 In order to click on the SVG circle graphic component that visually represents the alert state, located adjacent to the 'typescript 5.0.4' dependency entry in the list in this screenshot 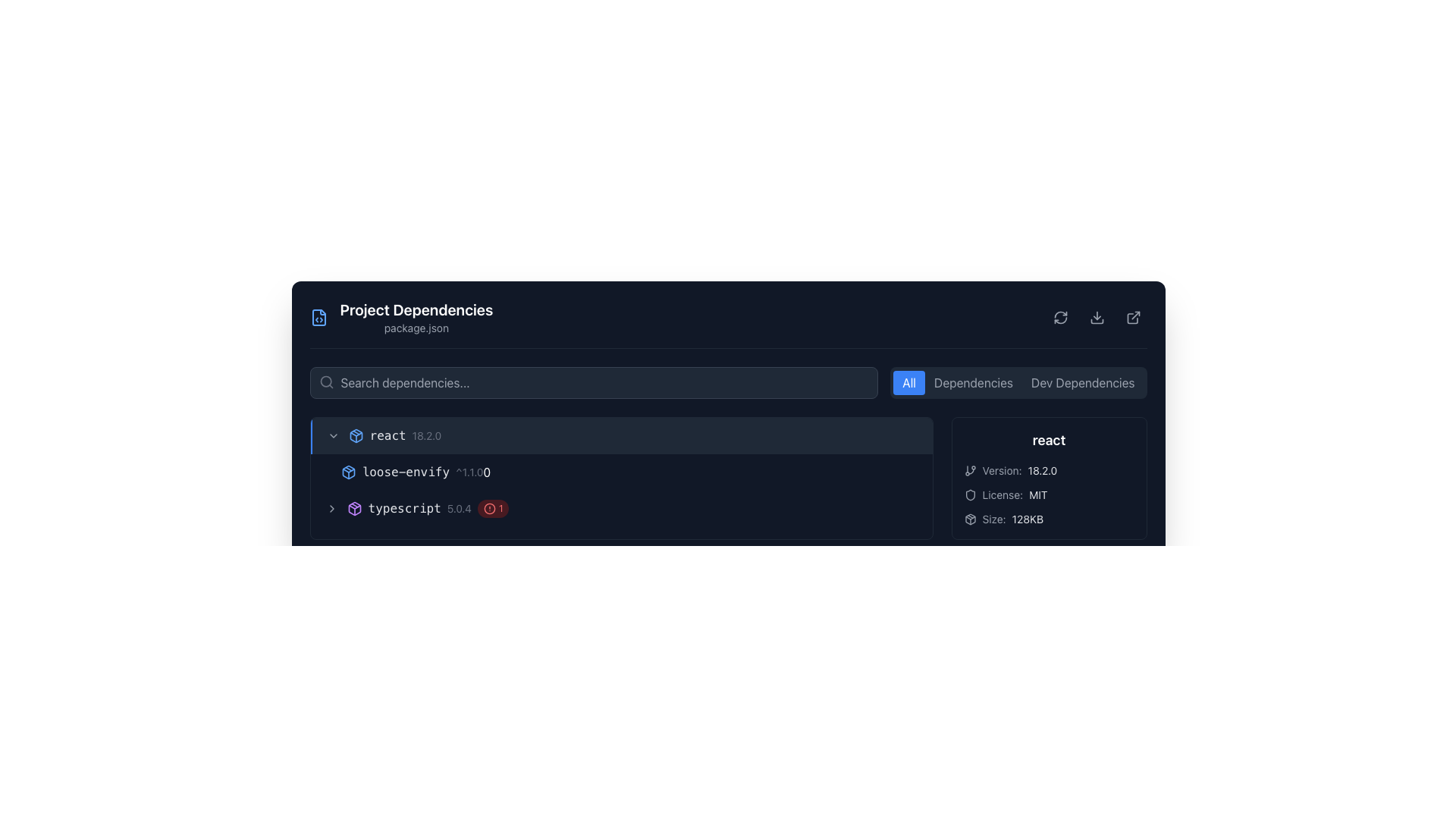, I will do `click(489, 509)`.